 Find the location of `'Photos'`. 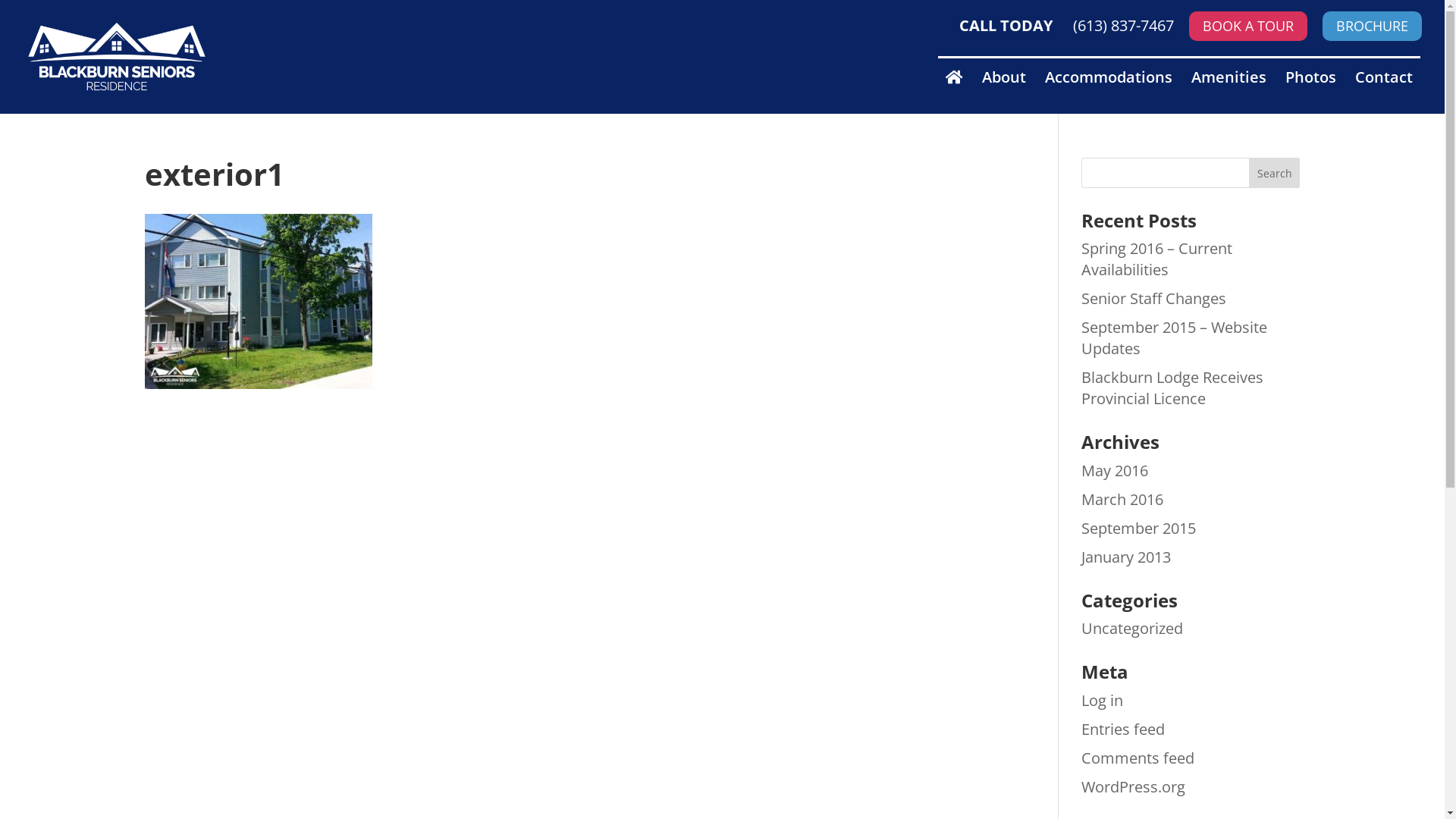

'Photos' is located at coordinates (1310, 91).